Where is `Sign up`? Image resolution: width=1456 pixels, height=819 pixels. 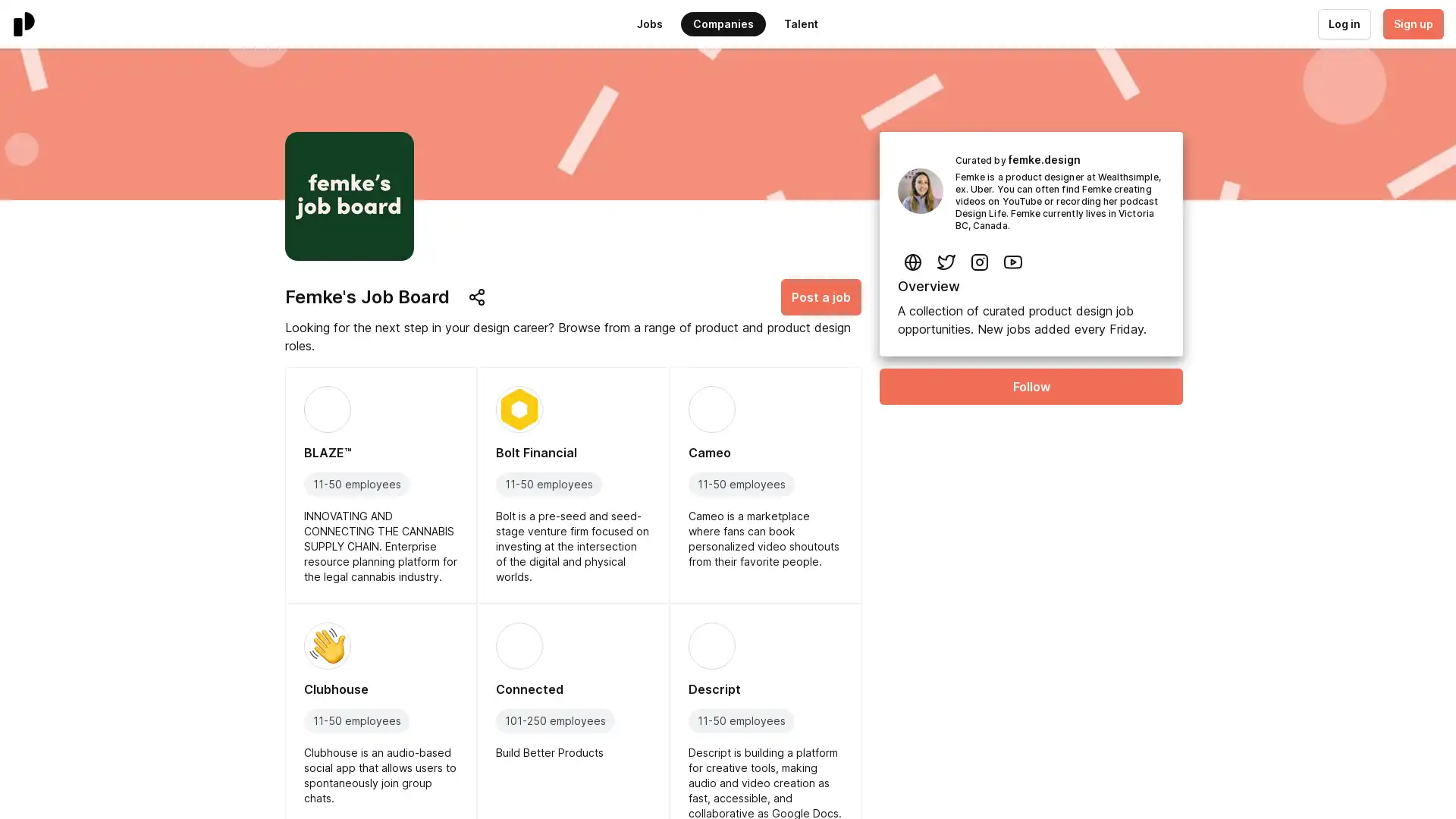 Sign up is located at coordinates (1411, 24).